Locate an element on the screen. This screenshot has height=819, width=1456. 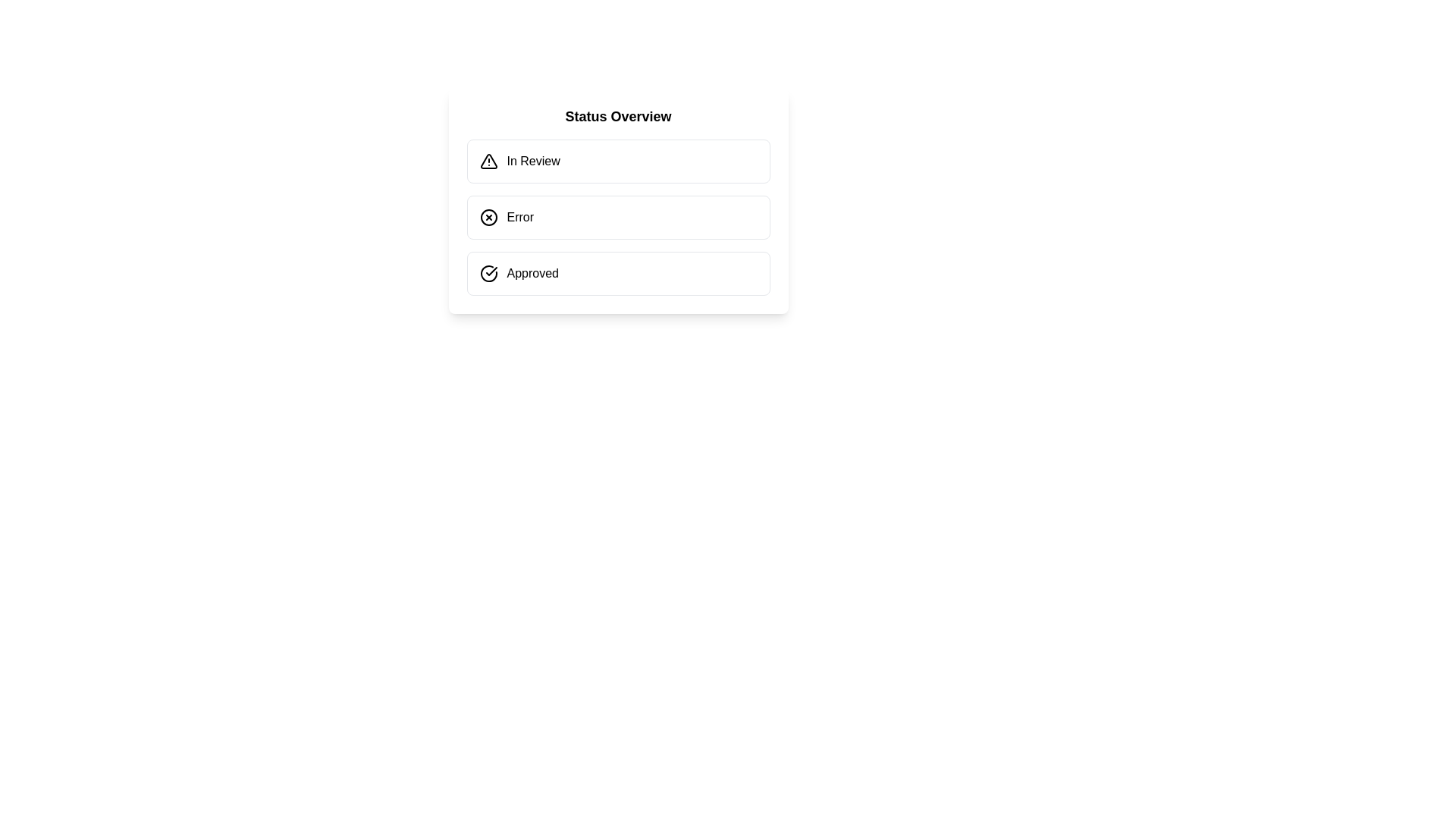
the circular outline icon with a cross, which is located to the left of the 'Error' label in the second row of the 'Status Overview' status card is located at coordinates (488, 217).